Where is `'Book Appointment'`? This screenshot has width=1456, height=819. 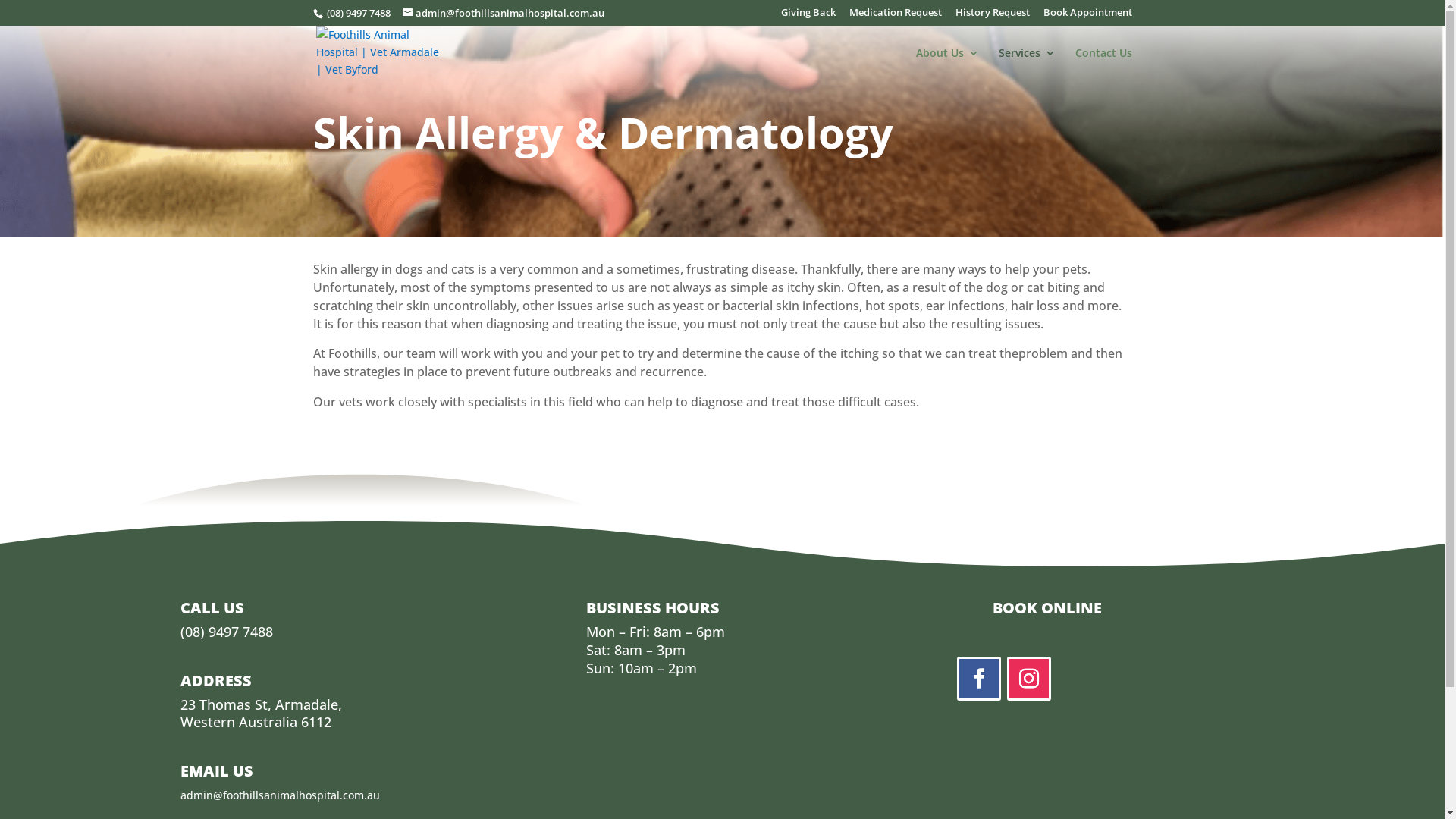 'Book Appointment' is located at coordinates (1087, 16).